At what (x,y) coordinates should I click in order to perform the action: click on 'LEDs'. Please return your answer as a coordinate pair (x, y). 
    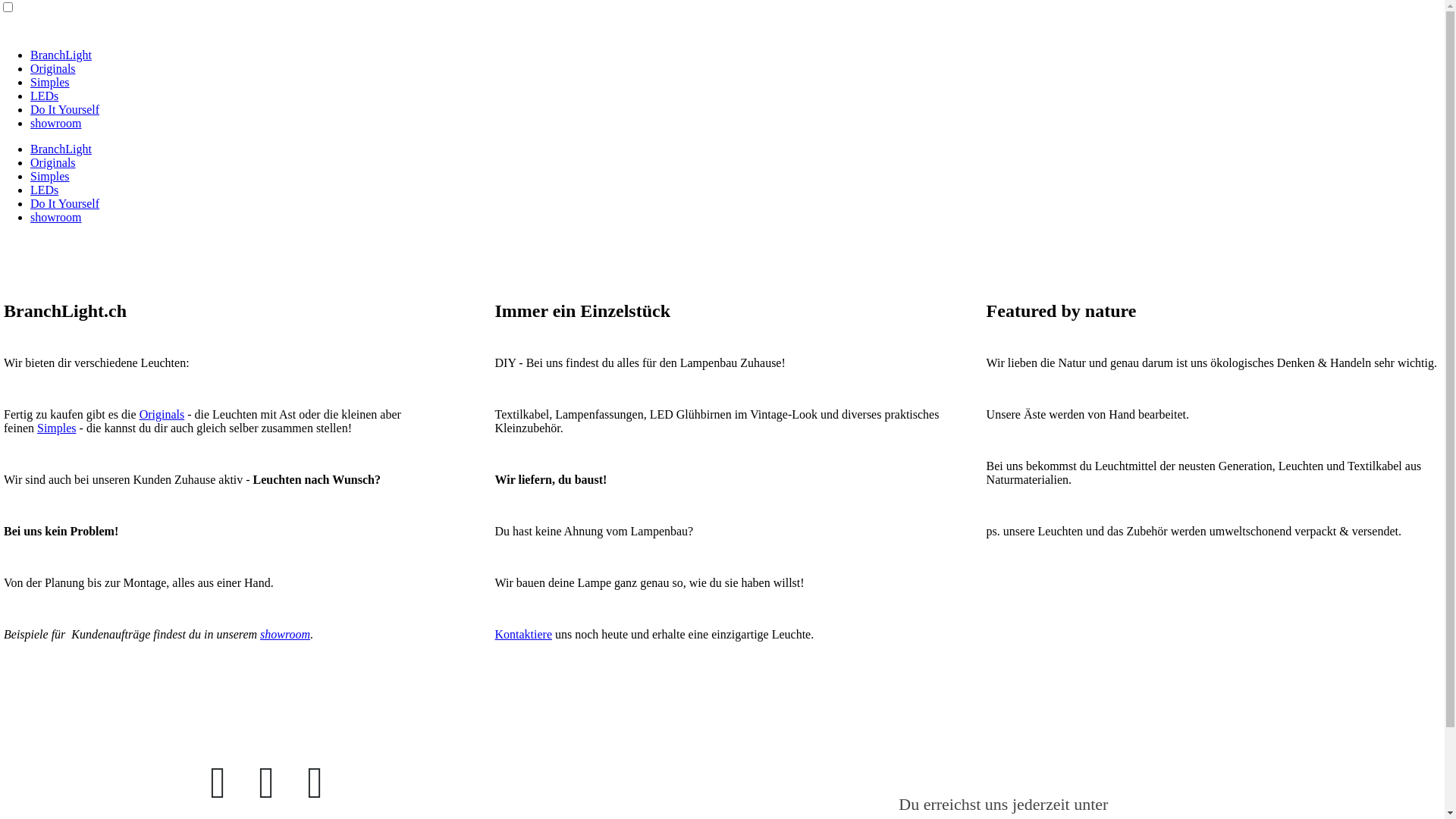
    Looking at the image, I should click on (44, 96).